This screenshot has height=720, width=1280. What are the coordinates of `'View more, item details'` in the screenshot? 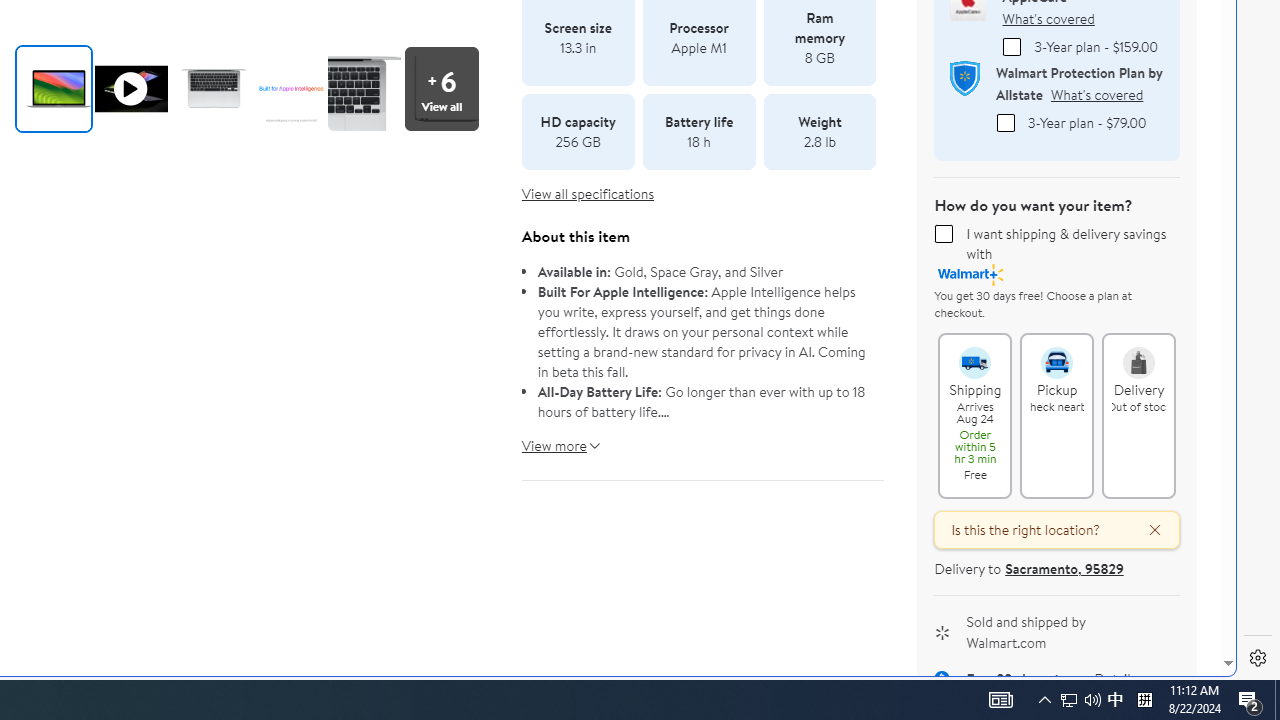 It's located at (554, 437).